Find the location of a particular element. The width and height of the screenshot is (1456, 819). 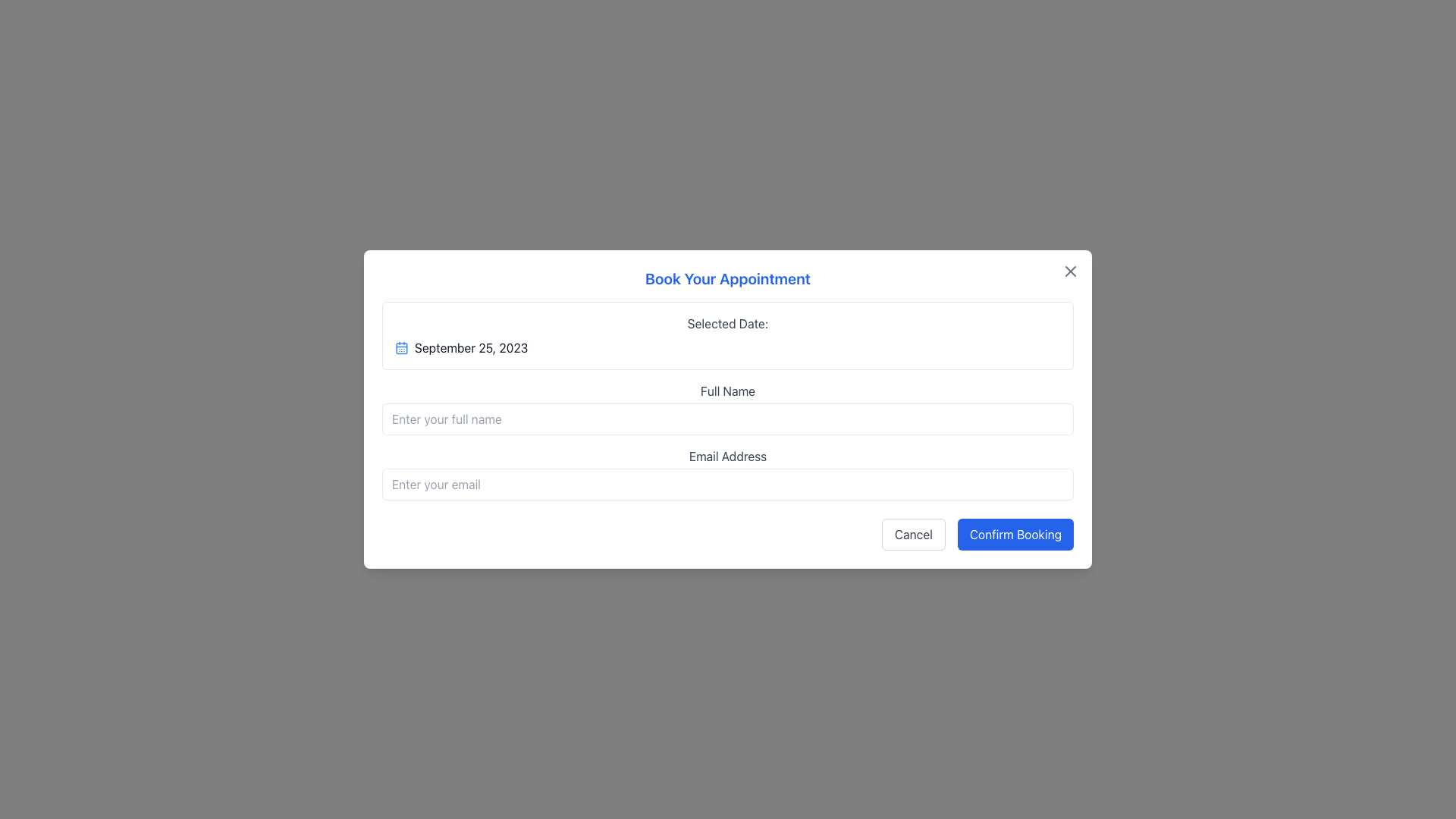

the confirm booking button located at the bottom-right corner of the modal dialog box is located at coordinates (1015, 534).